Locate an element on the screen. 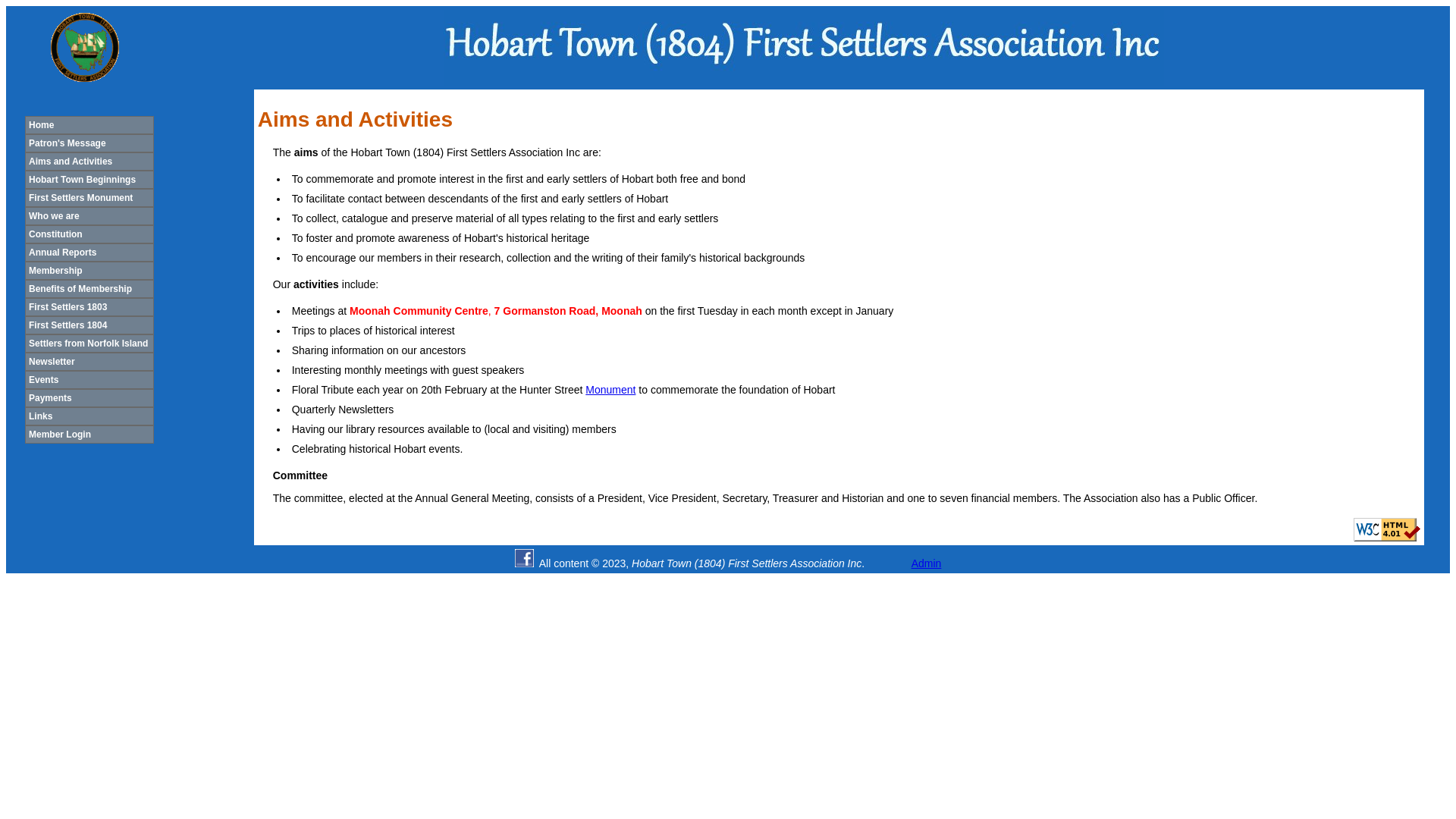 Image resolution: width=1456 pixels, height=819 pixels. 'First Settlers 1803' is located at coordinates (89, 307).